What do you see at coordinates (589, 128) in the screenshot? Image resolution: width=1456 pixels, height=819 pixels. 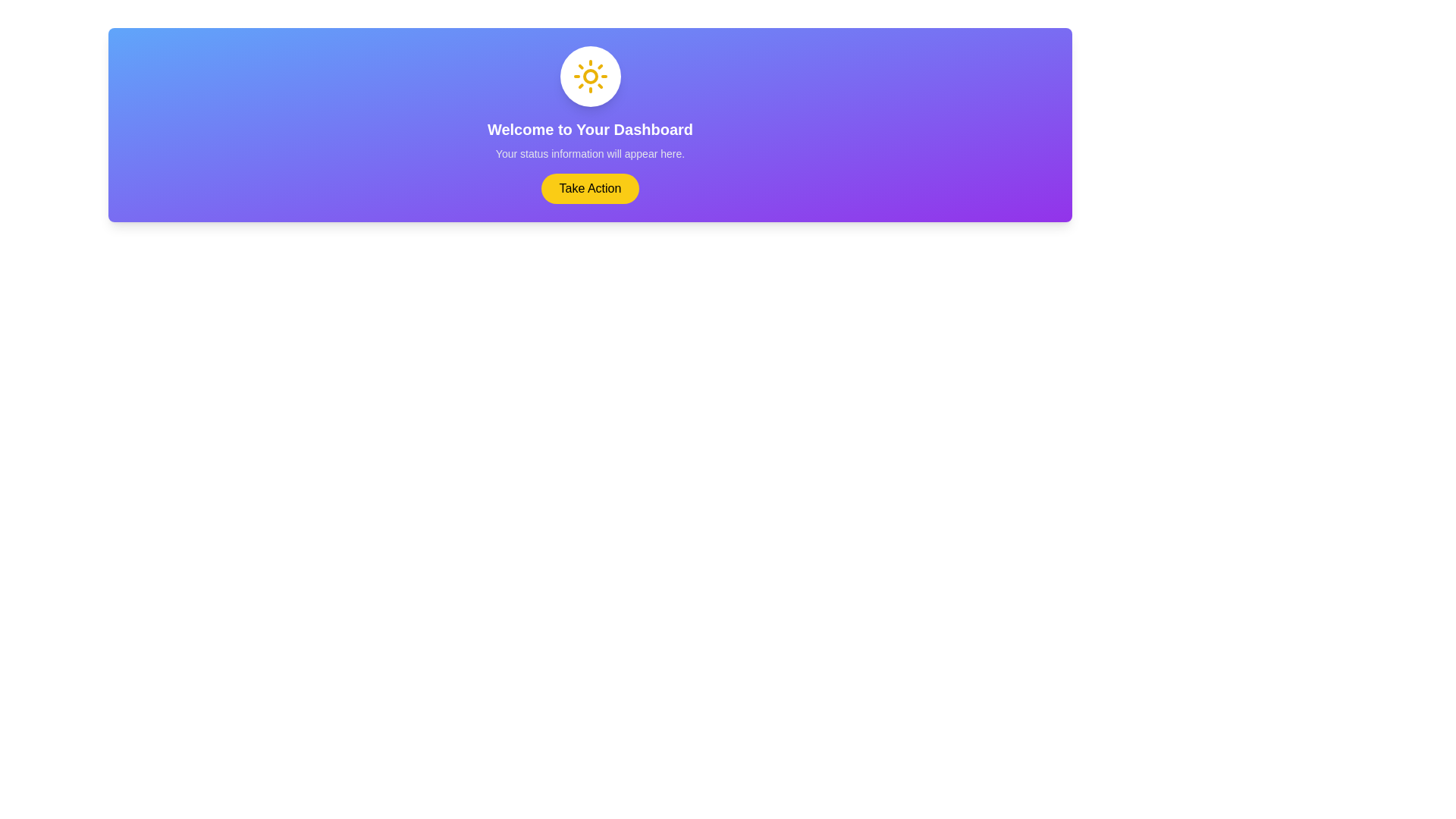 I see `welcome message text located at the top of the dashboard page, which serves as a header and provides context to the user` at bounding box center [589, 128].